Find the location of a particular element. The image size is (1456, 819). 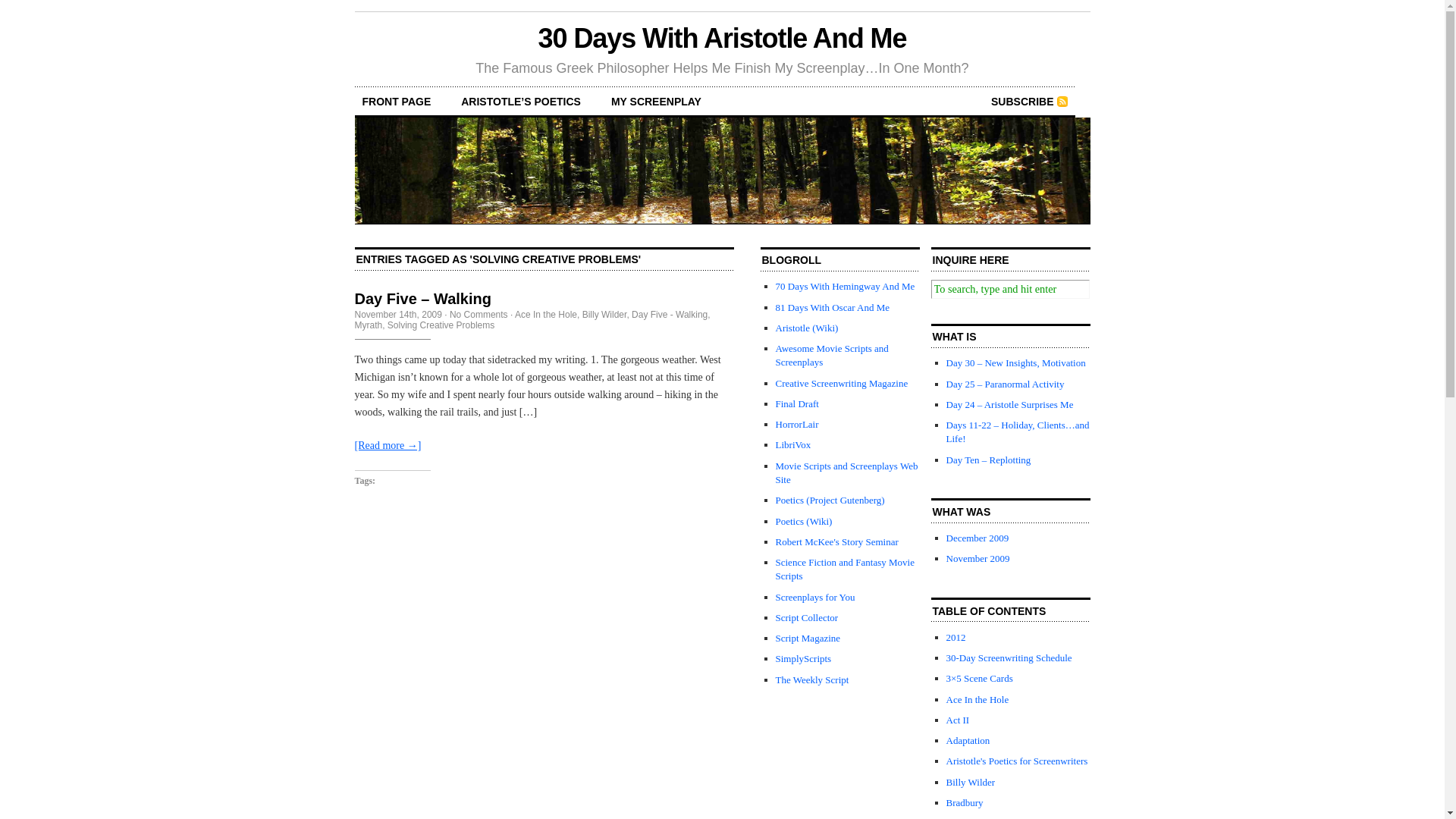

'HorrorLair' is located at coordinates (795, 424).